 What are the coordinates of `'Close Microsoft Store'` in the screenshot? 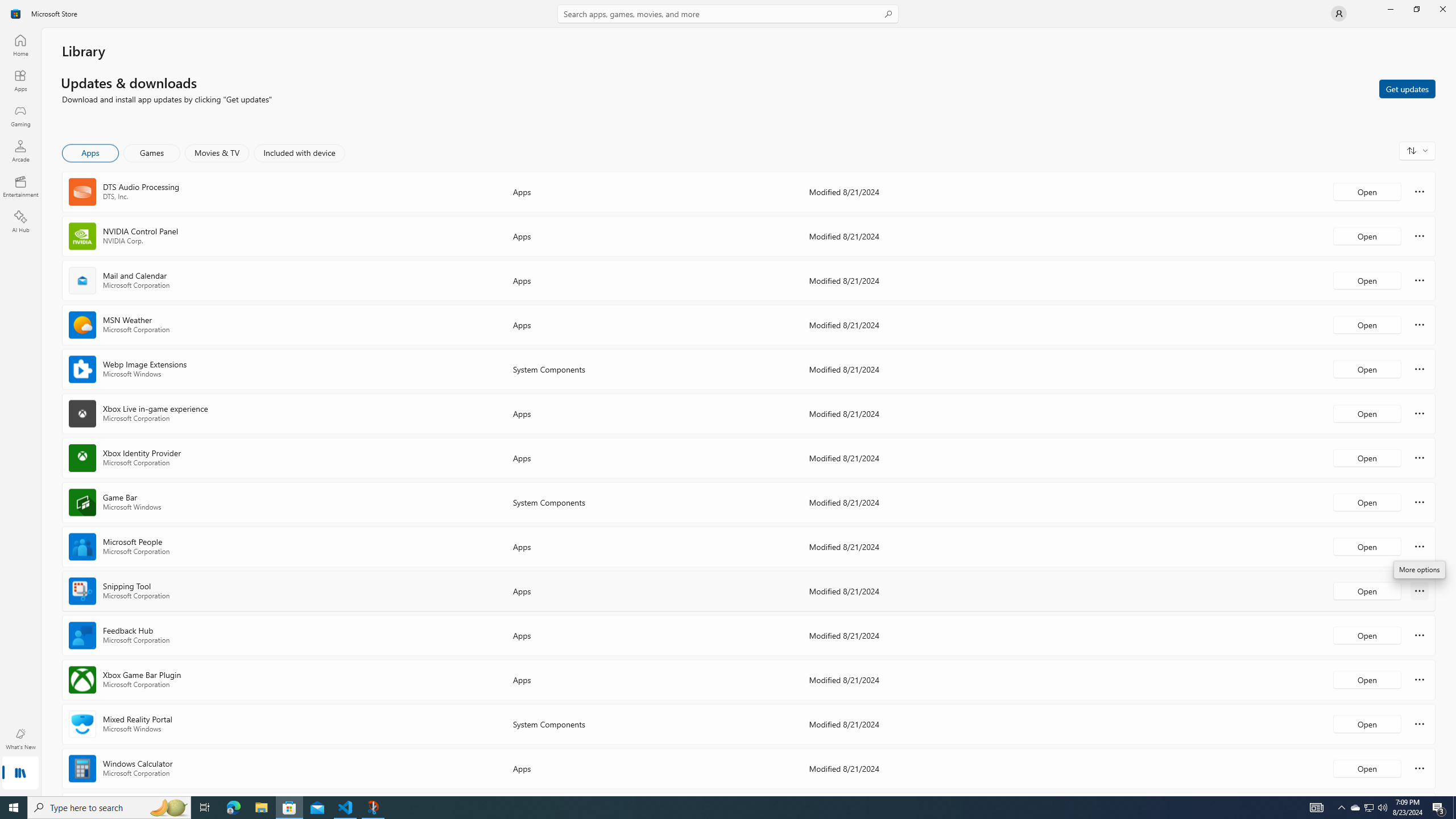 It's located at (1442, 9).